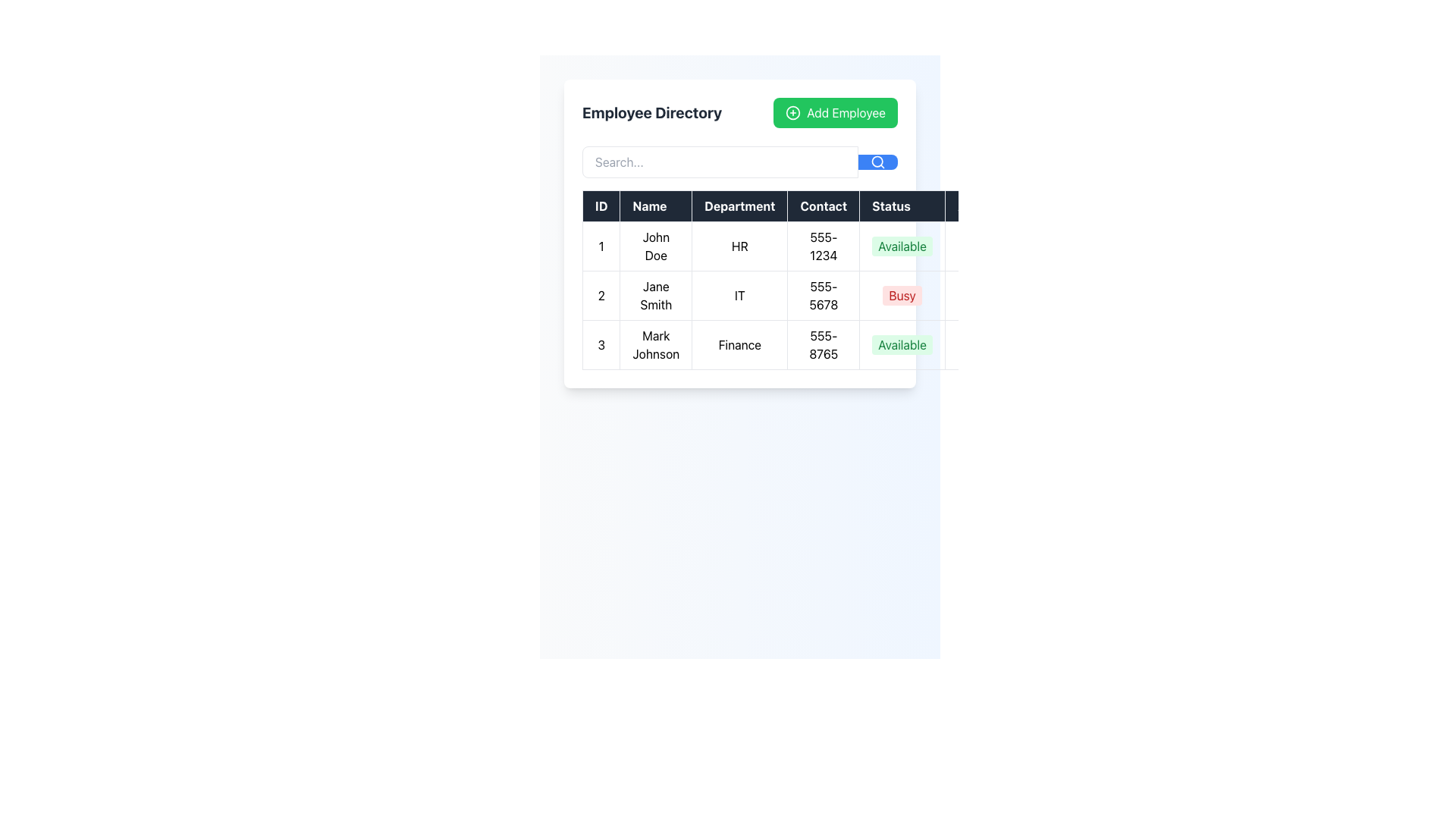 The height and width of the screenshot is (819, 1456). Describe the element at coordinates (902, 345) in the screenshot. I see `the 'Available' label with a green background and text in the 'Status' column for 'Mark Johnson'` at that location.